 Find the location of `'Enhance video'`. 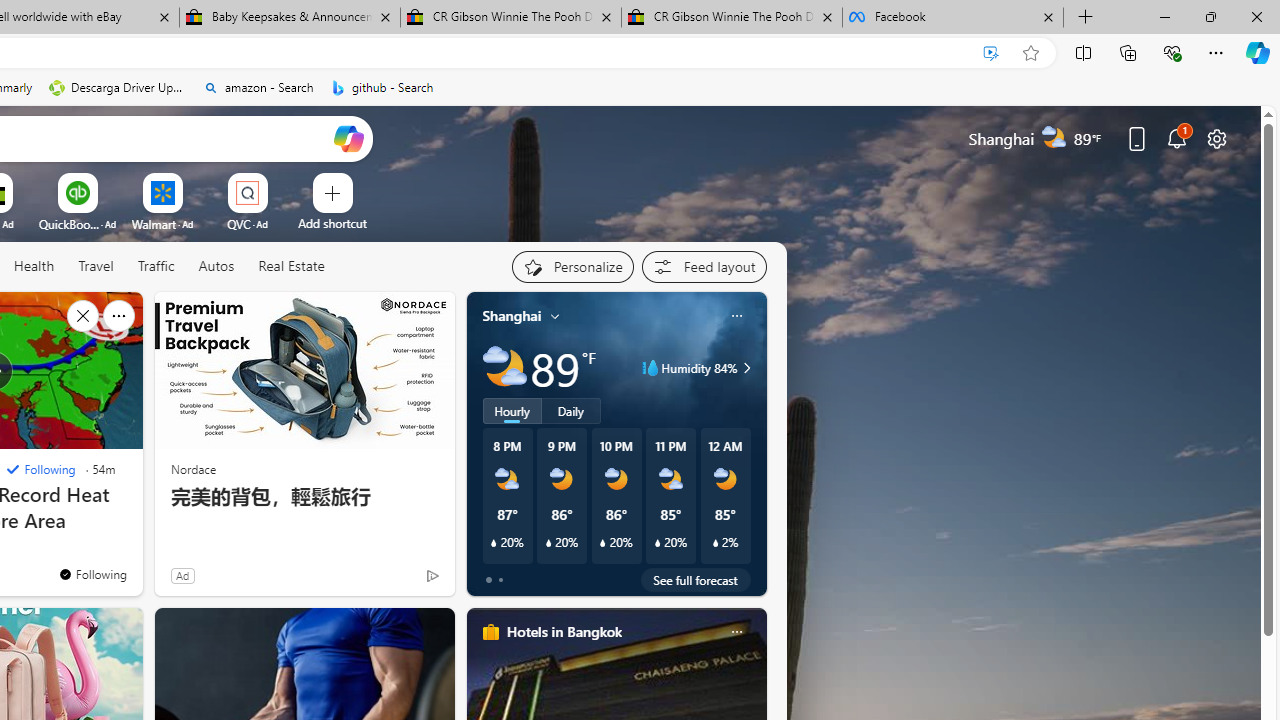

'Enhance video' is located at coordinates (991, 52).